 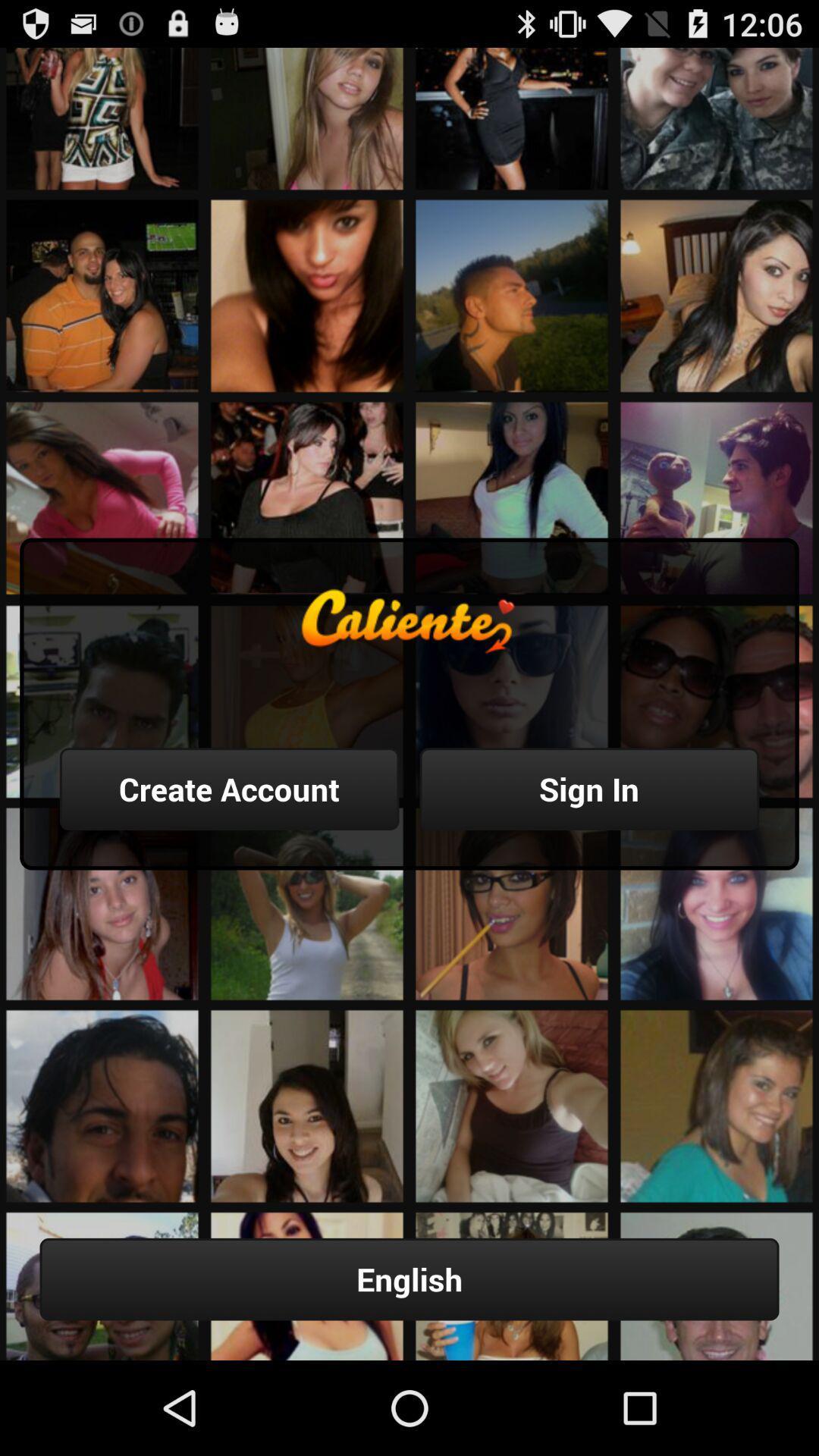 What do you see at coordinates (588, 789) in the screenshot?
I see `button to the right of the create account item` at bounding box center [588, 789].